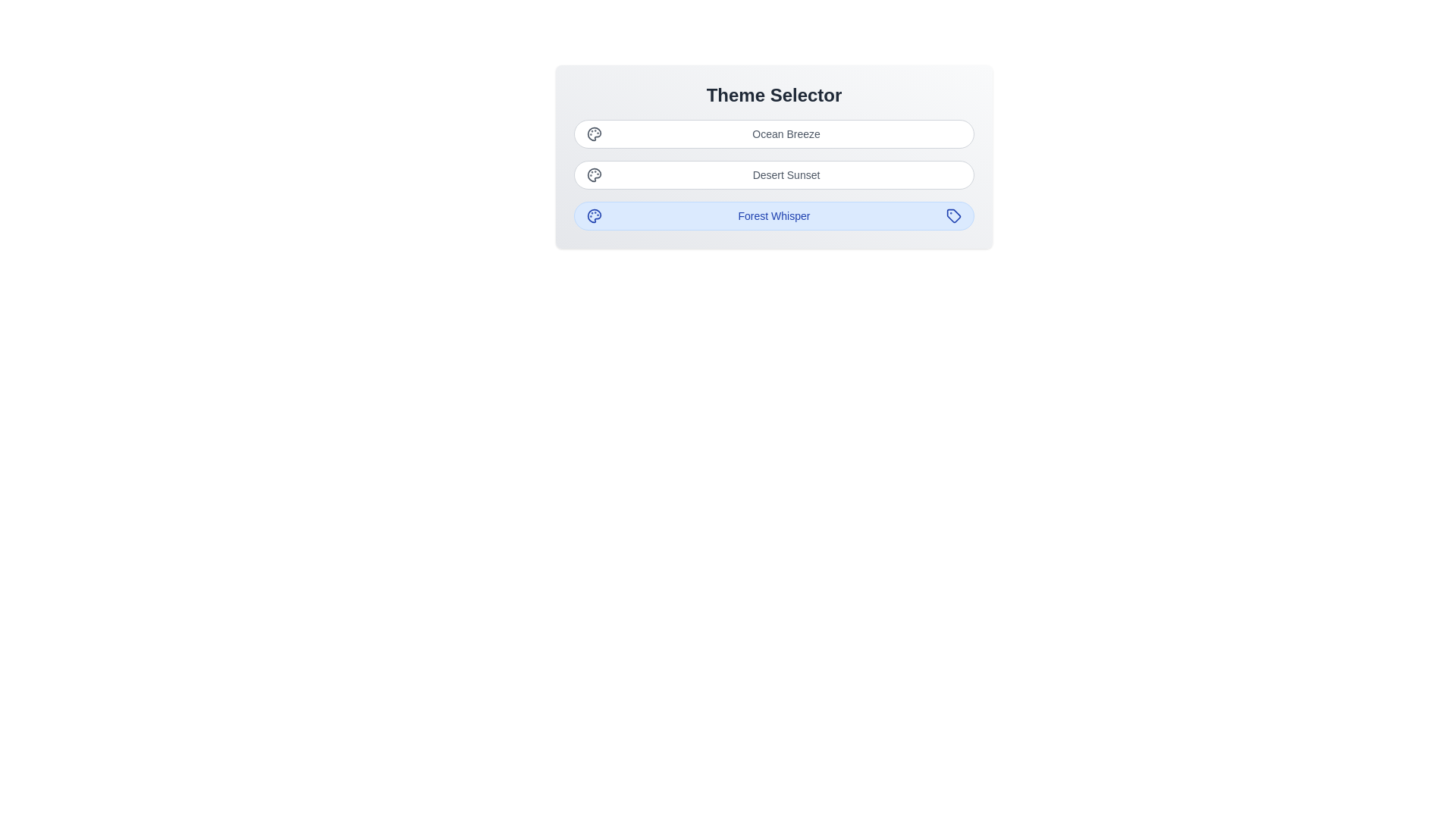  Describe the element at coordinates (774, 174) in the screenshot. I see `the button corresponding to the theme Desert Sunset` at that location.